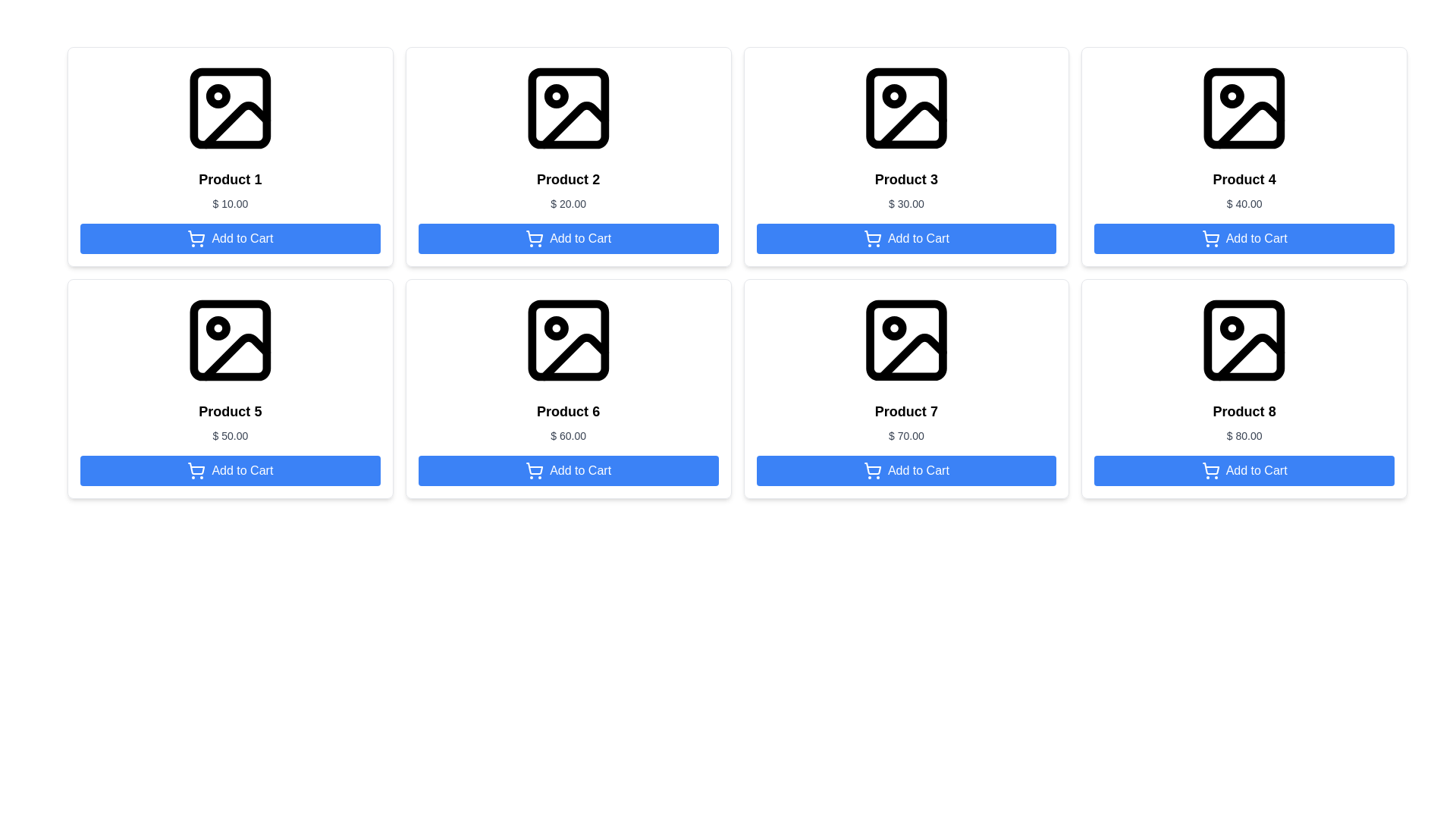  What do you see at coordinates (567, 239) in the screenshot?
I see `the 'Add to Cart' button with a blue background and white text, located at the bottom of the 'Product 2' card` at bounding box center [567, 239].